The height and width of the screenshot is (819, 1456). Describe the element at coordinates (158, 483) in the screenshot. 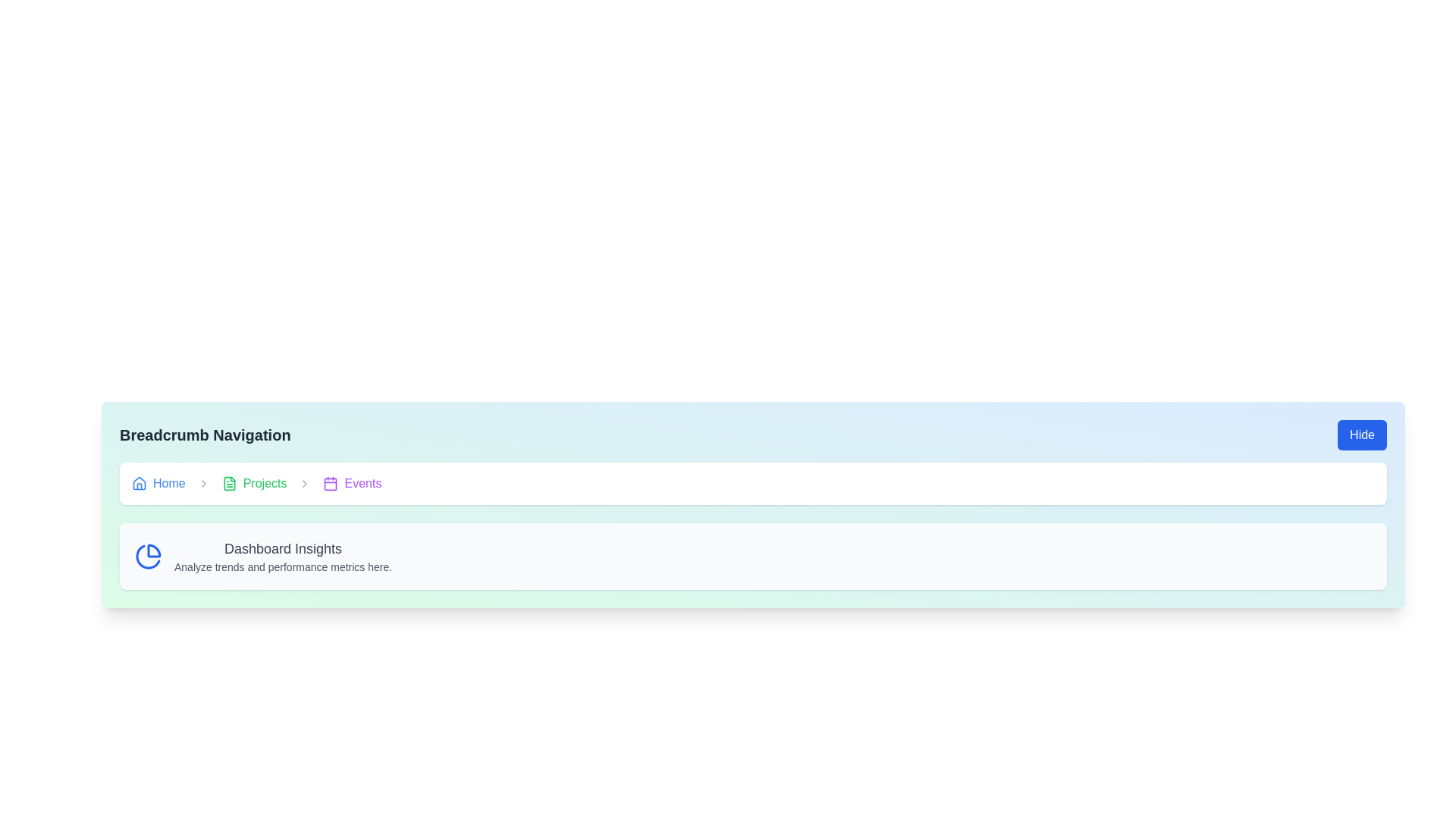

I see `the 'Home' breadcrumb link which is the first item in the navigation bar, styled with a blue font color and a house icon` at that location.